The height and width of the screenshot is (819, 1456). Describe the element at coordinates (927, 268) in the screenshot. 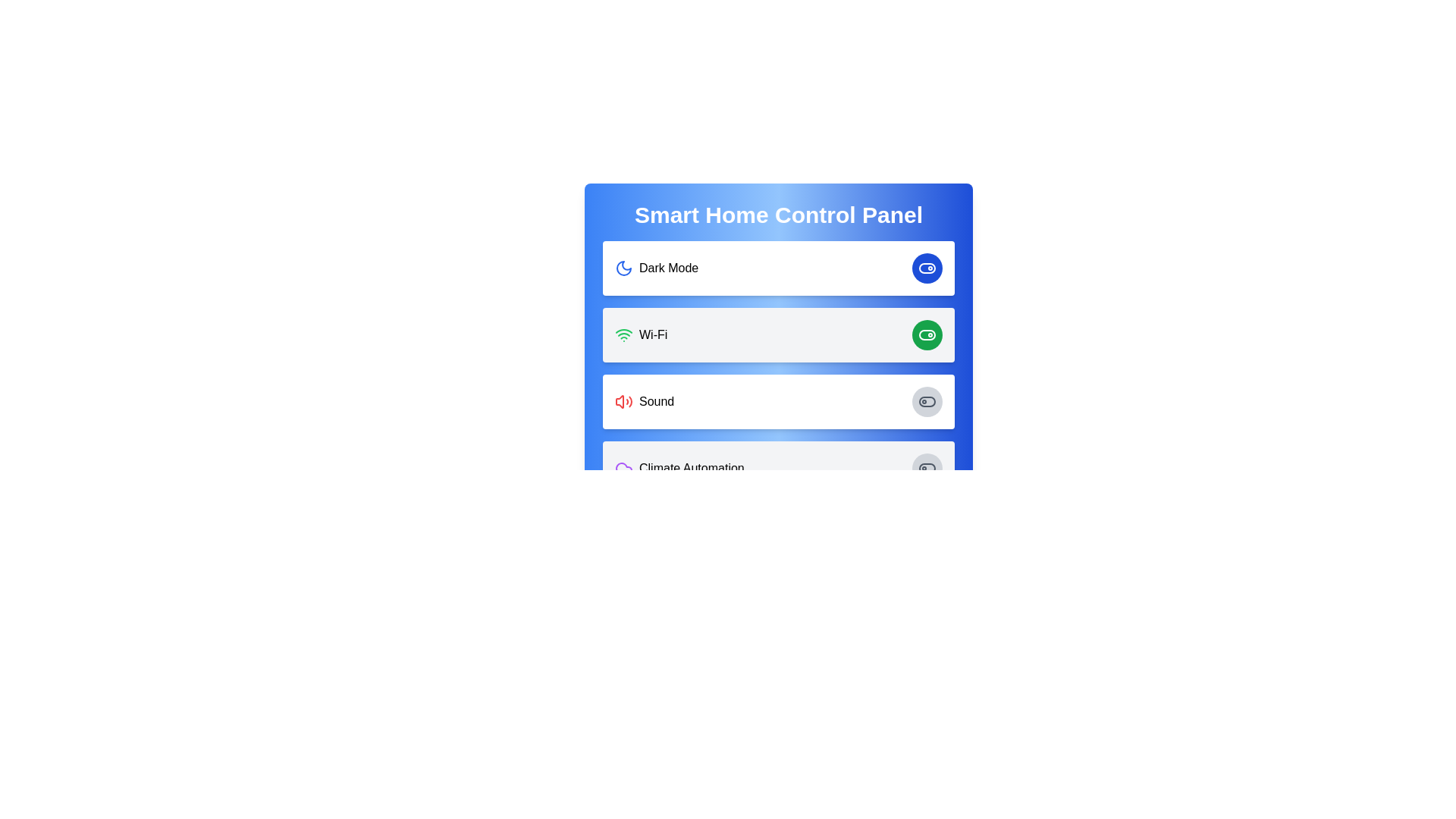

I see `the toggle switch for 'Dark Mode' located in the top-right corner of the first list item in the 'Smart Home Control Panel' interface` at that location.